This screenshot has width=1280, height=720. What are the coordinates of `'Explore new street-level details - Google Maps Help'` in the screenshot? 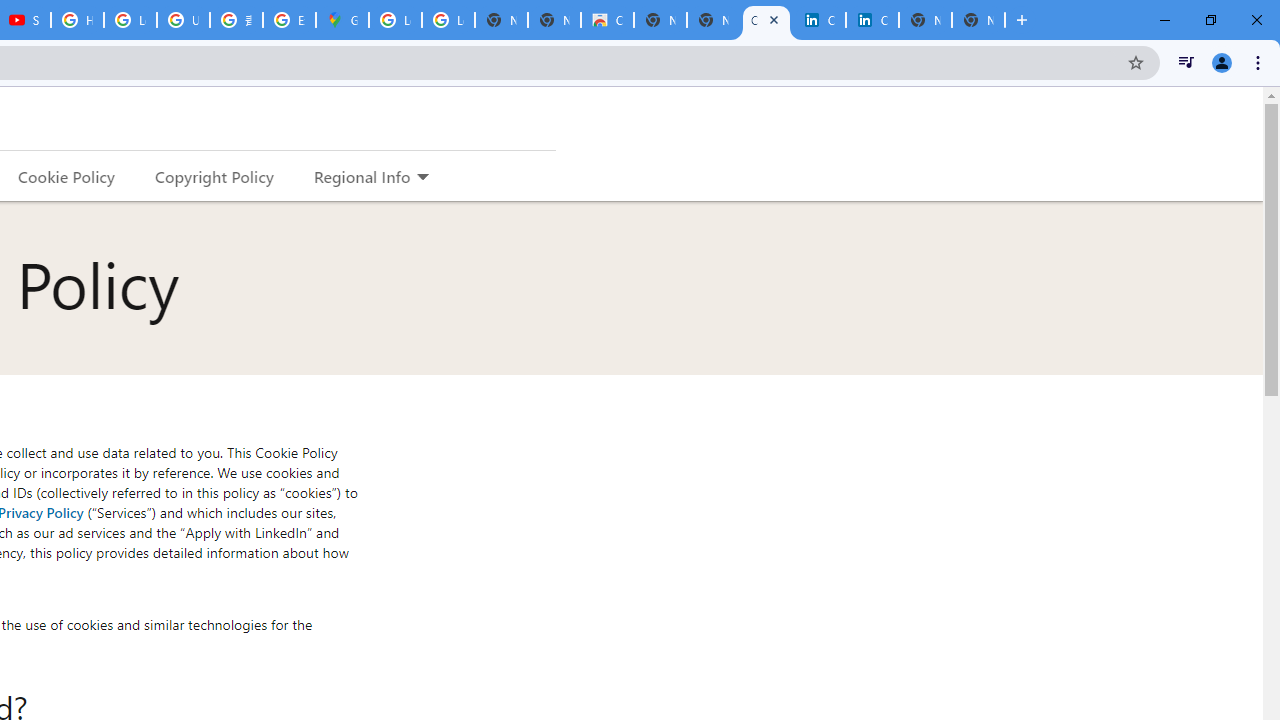 It's located at (288, 20).